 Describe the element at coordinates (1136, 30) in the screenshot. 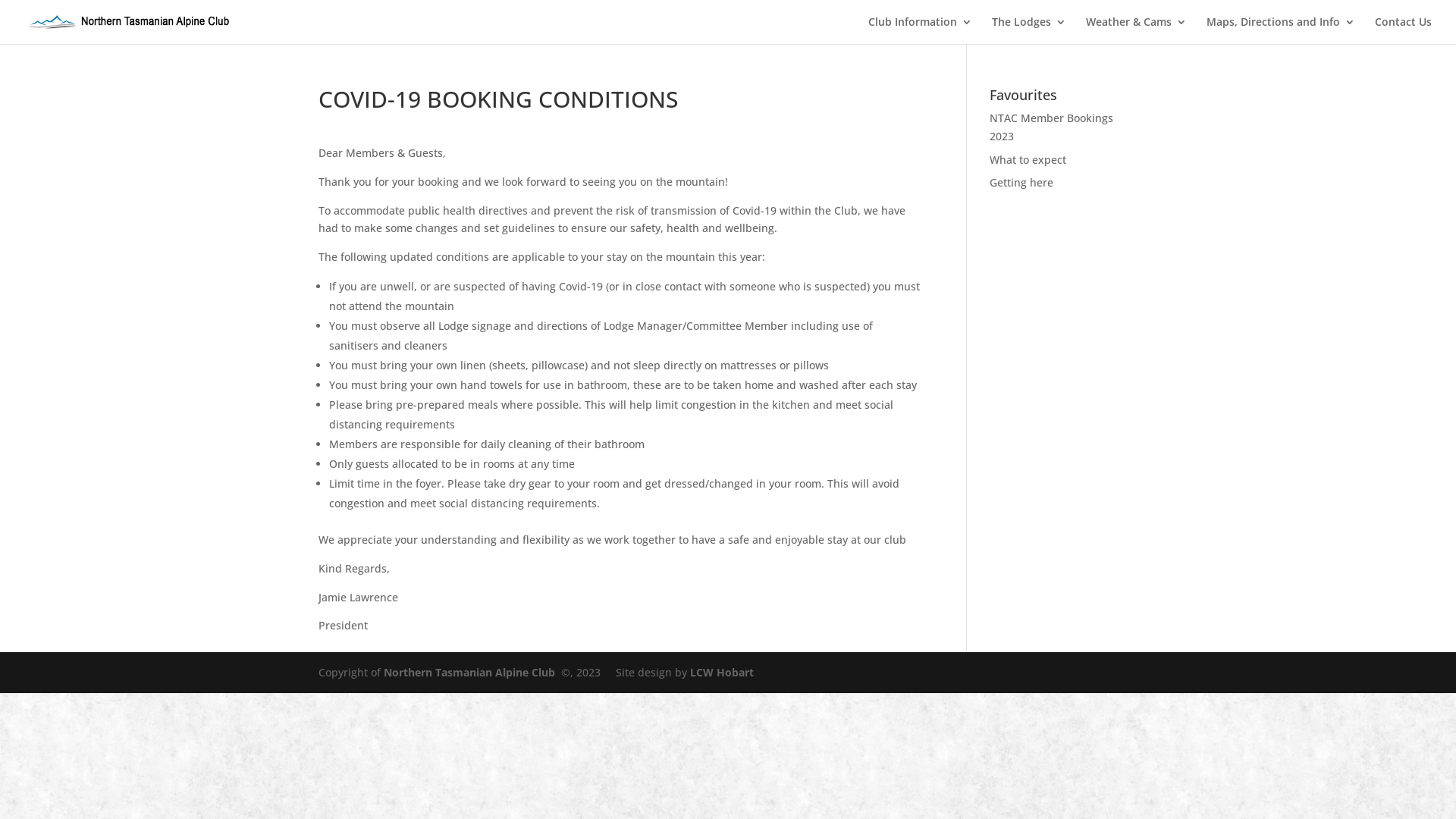

I see `'Weather & Cams'` at that location.